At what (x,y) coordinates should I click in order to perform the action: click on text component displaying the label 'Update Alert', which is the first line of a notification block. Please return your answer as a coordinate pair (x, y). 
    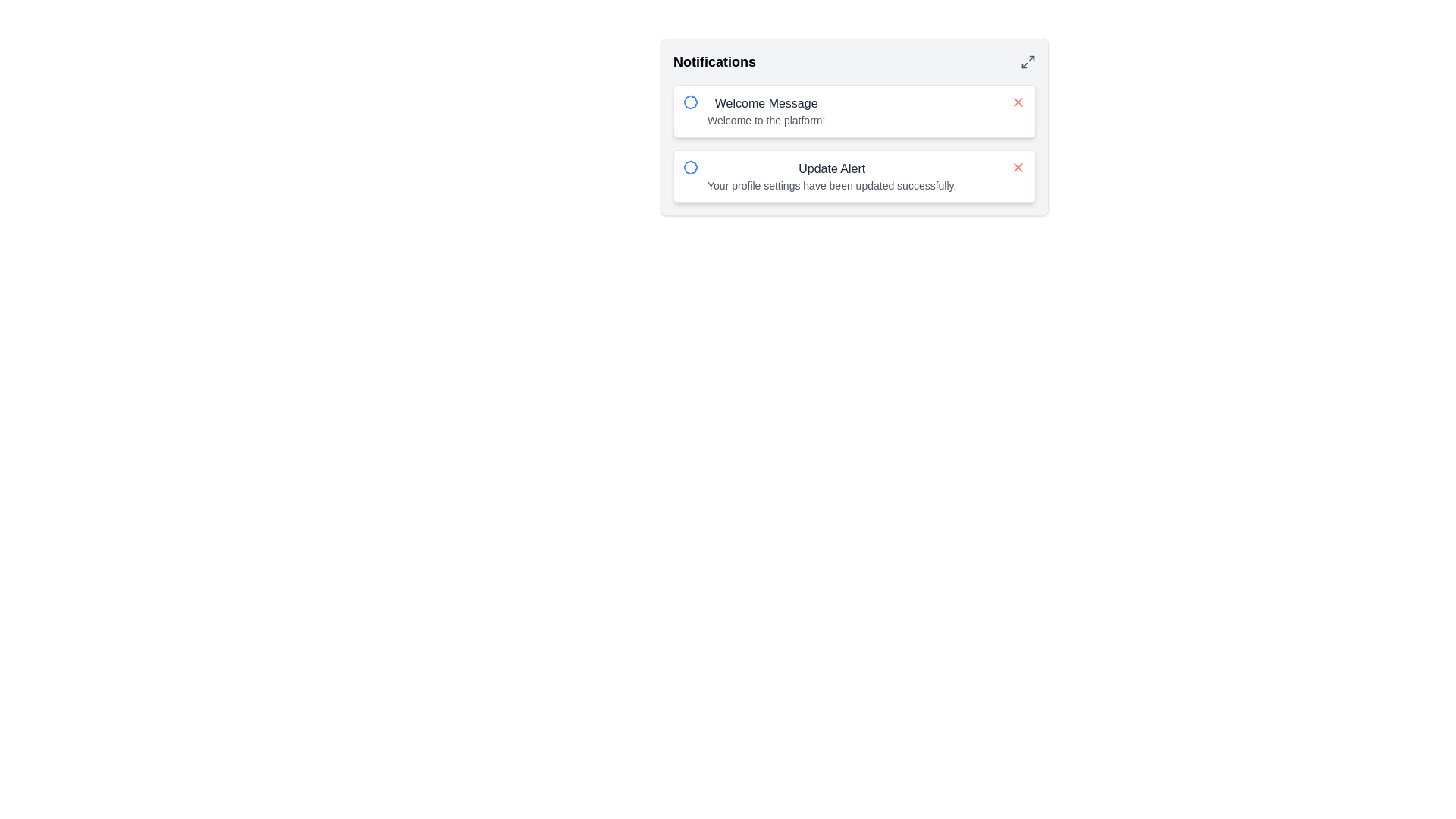
    Looking at the image, I should click on (831, 169).